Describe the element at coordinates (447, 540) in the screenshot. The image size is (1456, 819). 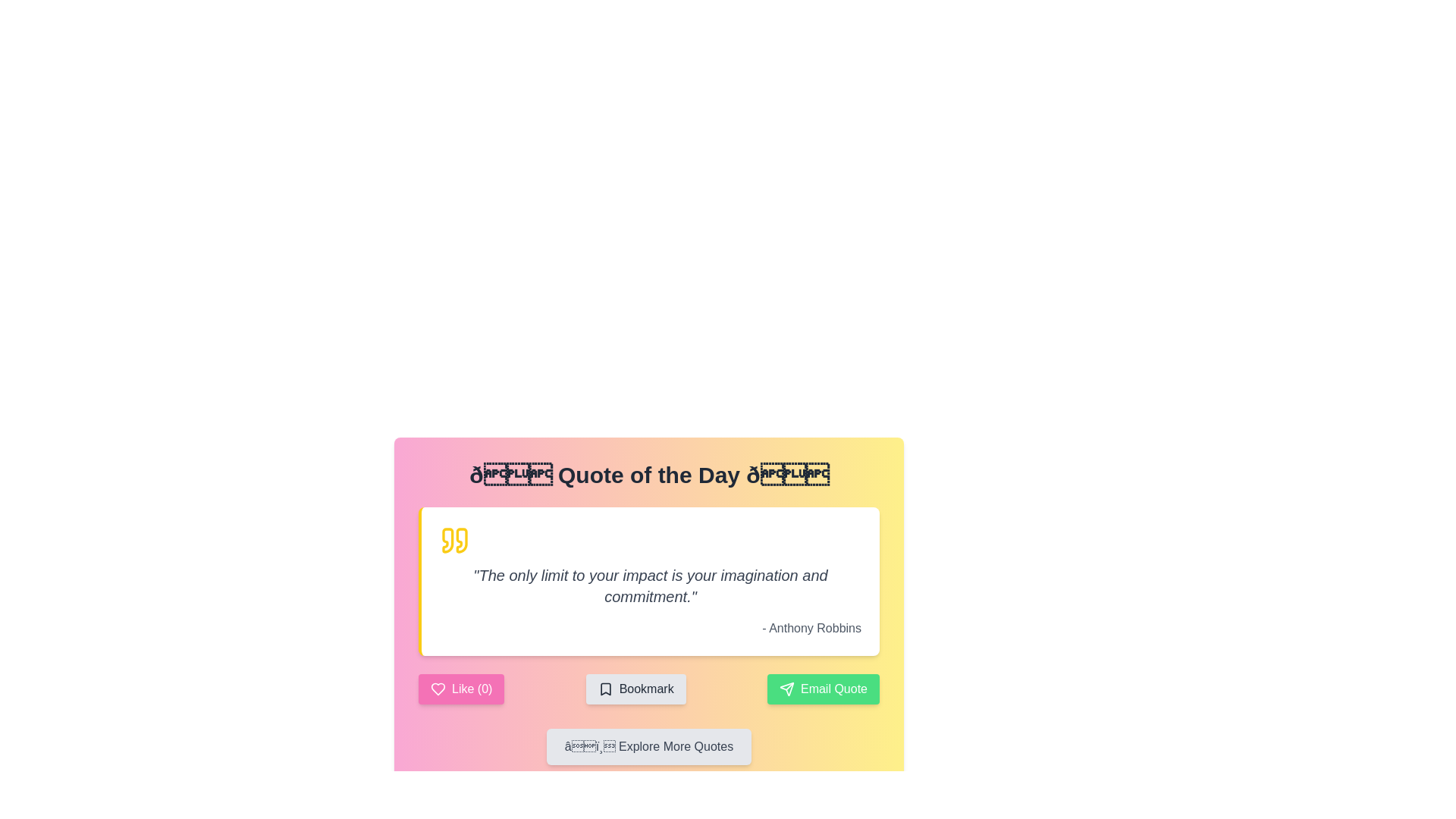
I see `the left-facing yellow quotation mark icon within the quote widget, located at the top left of the card` at that location.